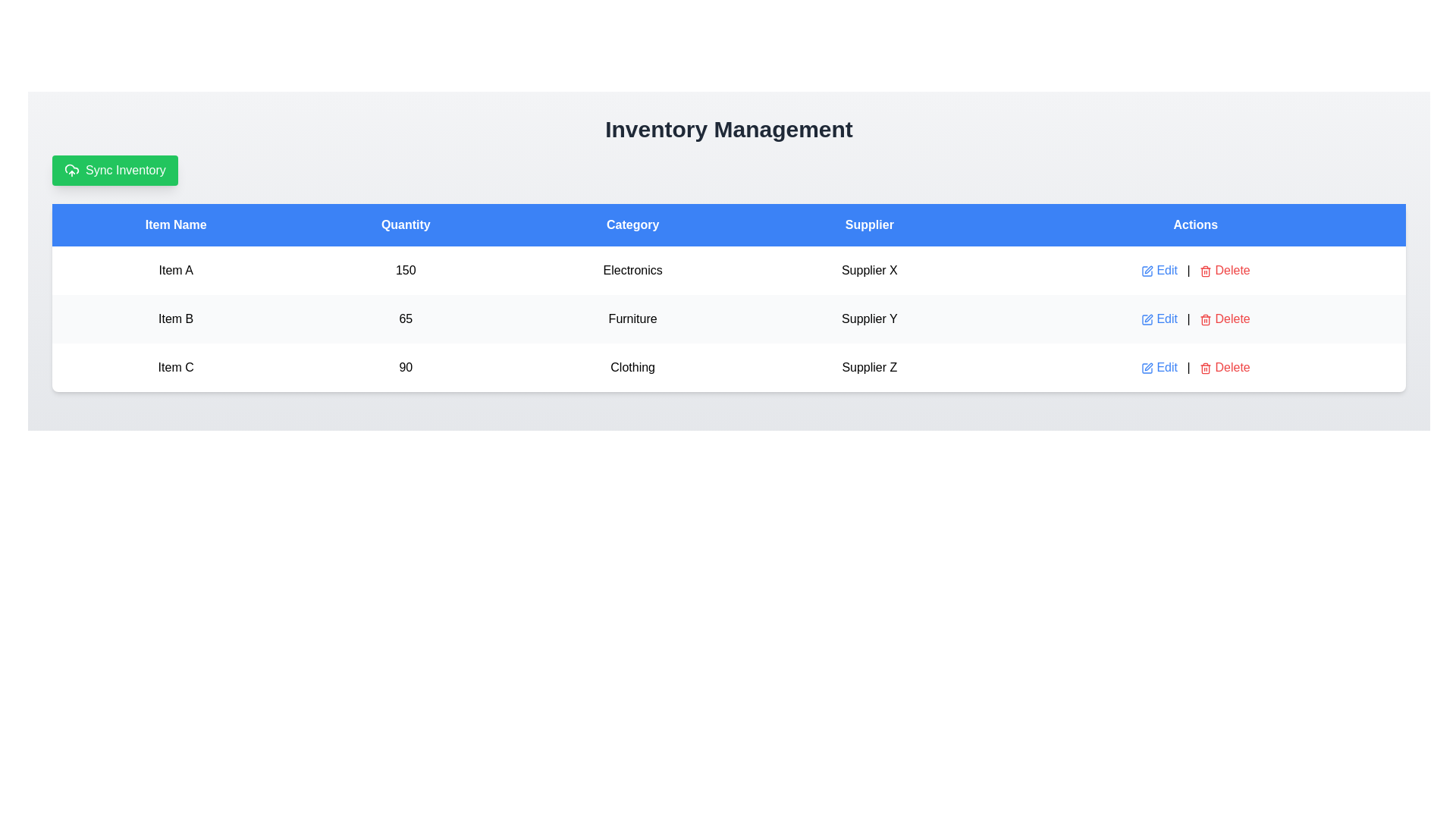 This screenshot has height=819, width=1456. What do you see at coordinates (71, 170) in the screenshot?
I see `the cloud upload icon located within the green 'Sync Inventory' button, positioned on the left side of the button's text` at bounding box center [71, 170].